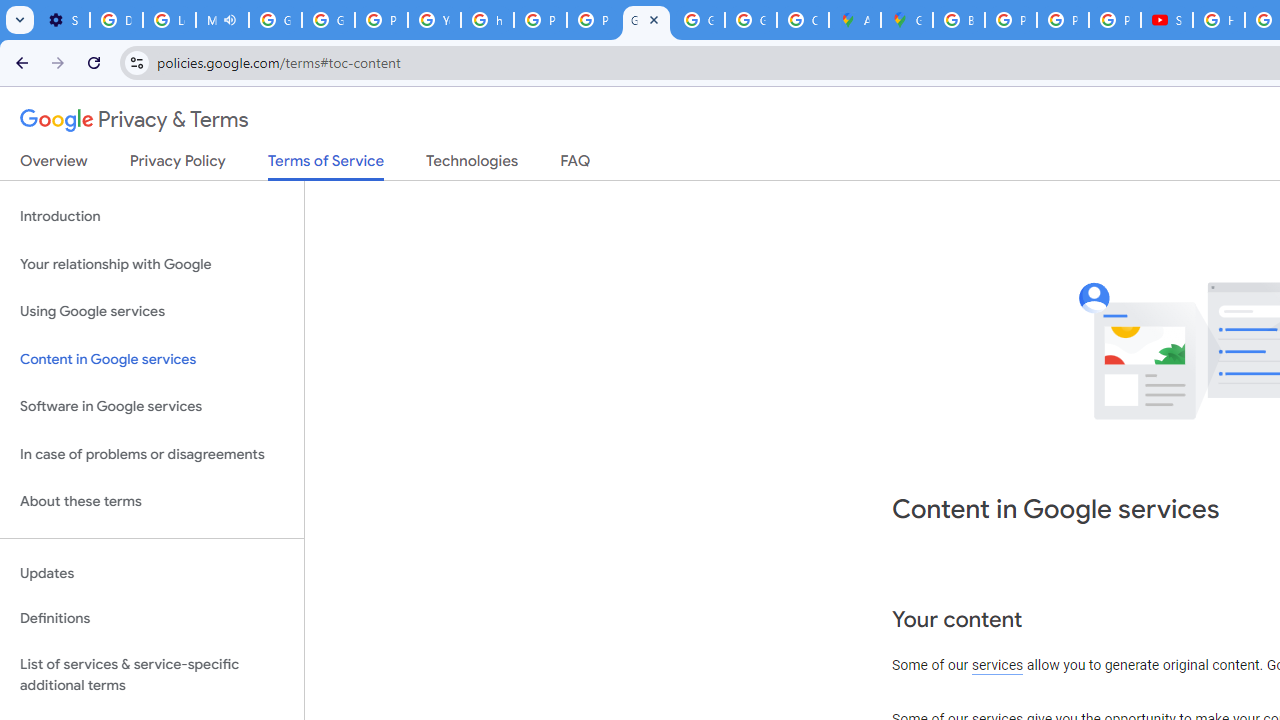 This screenshot has height=720, width=1280. Describe the element at coordinates (1010, 20) in the screenshot. I see `'Privacy Help Center - Policies Help'` at that location.